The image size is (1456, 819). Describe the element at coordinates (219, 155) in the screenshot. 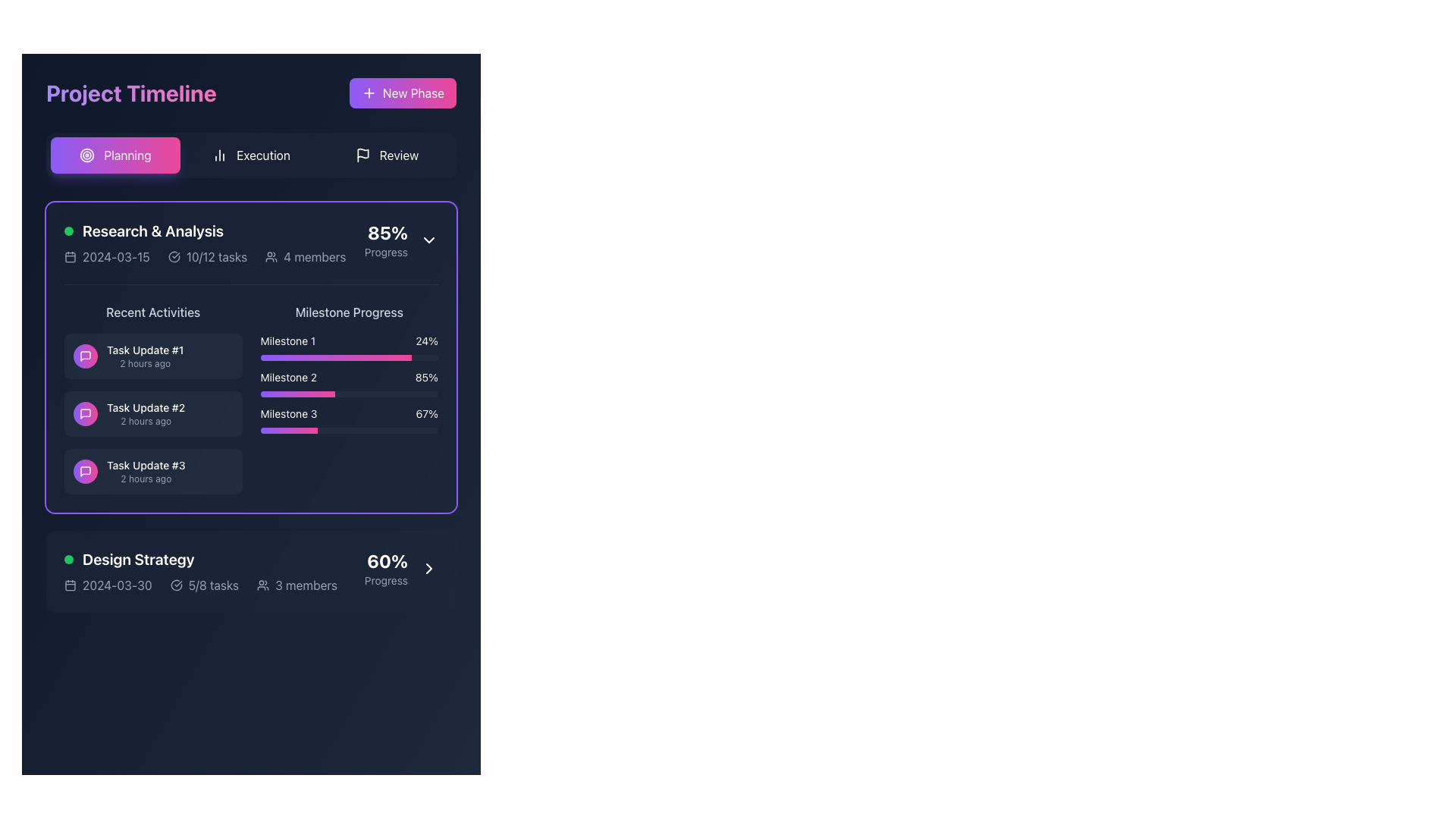

I see `the 'Execution' icon in the navigation bar, which is the second item from the left, used for tracking or managing execution tasks` at that location.